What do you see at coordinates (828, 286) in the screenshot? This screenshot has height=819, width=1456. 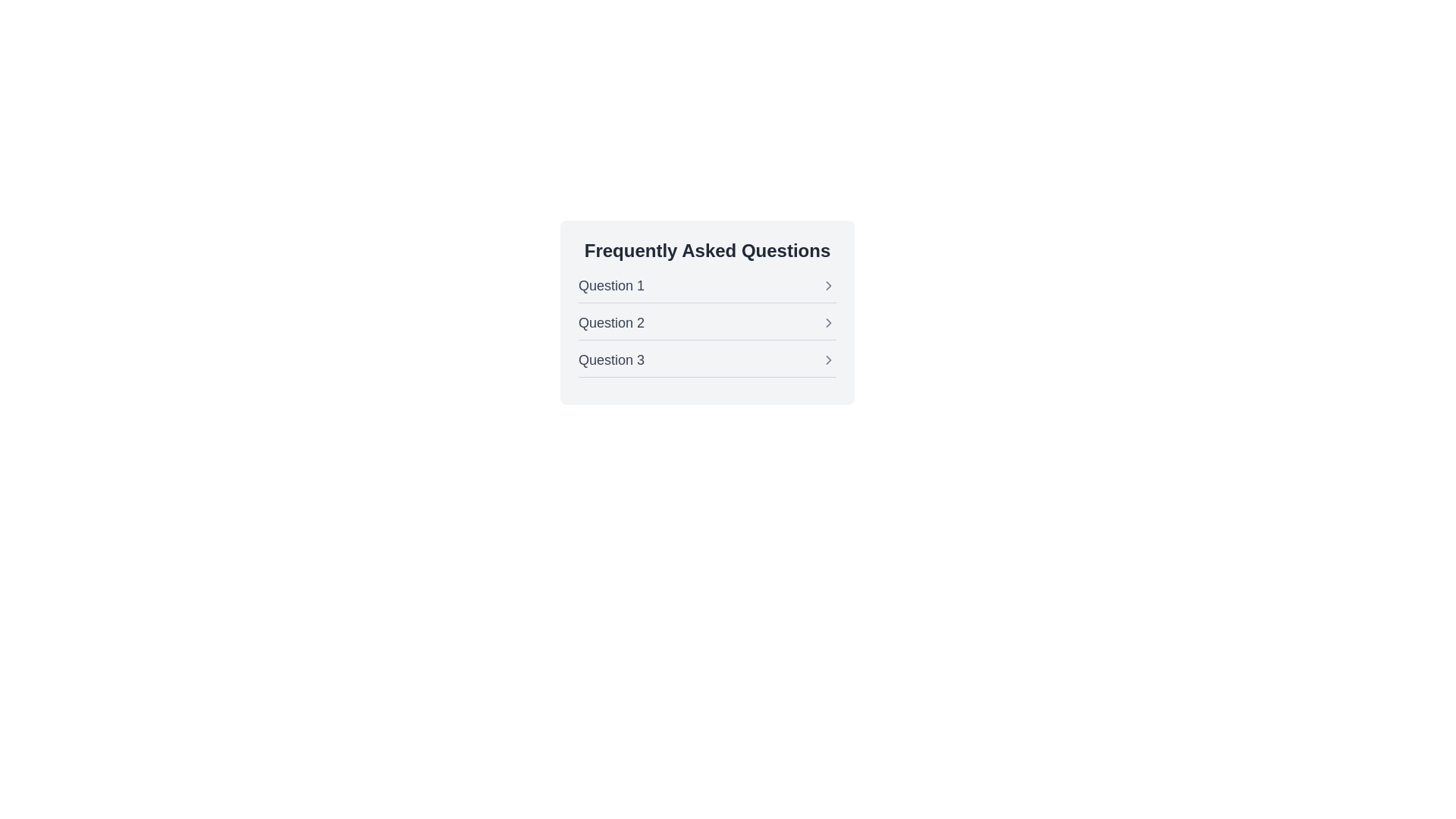 I see `the arrow icon located to the right of the 'Question 1' text in the Frequently Asked Questions section, which indicates further details or interaction` at bounding box center [828, 286].